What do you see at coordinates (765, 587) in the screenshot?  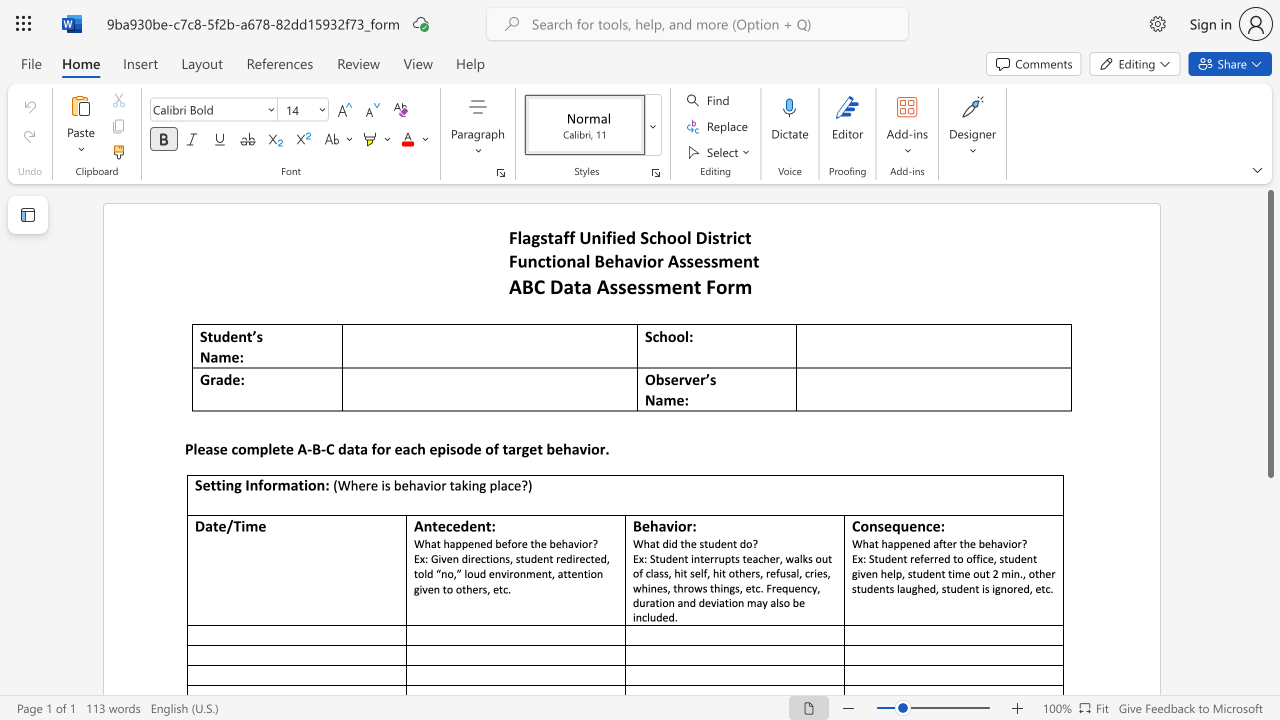 I see `the subset text "Frequency, duration and deviation ma" within the text ", throws things, etc. Frequency, duration and deviation may also be included."` at bounding box center [765, 587].